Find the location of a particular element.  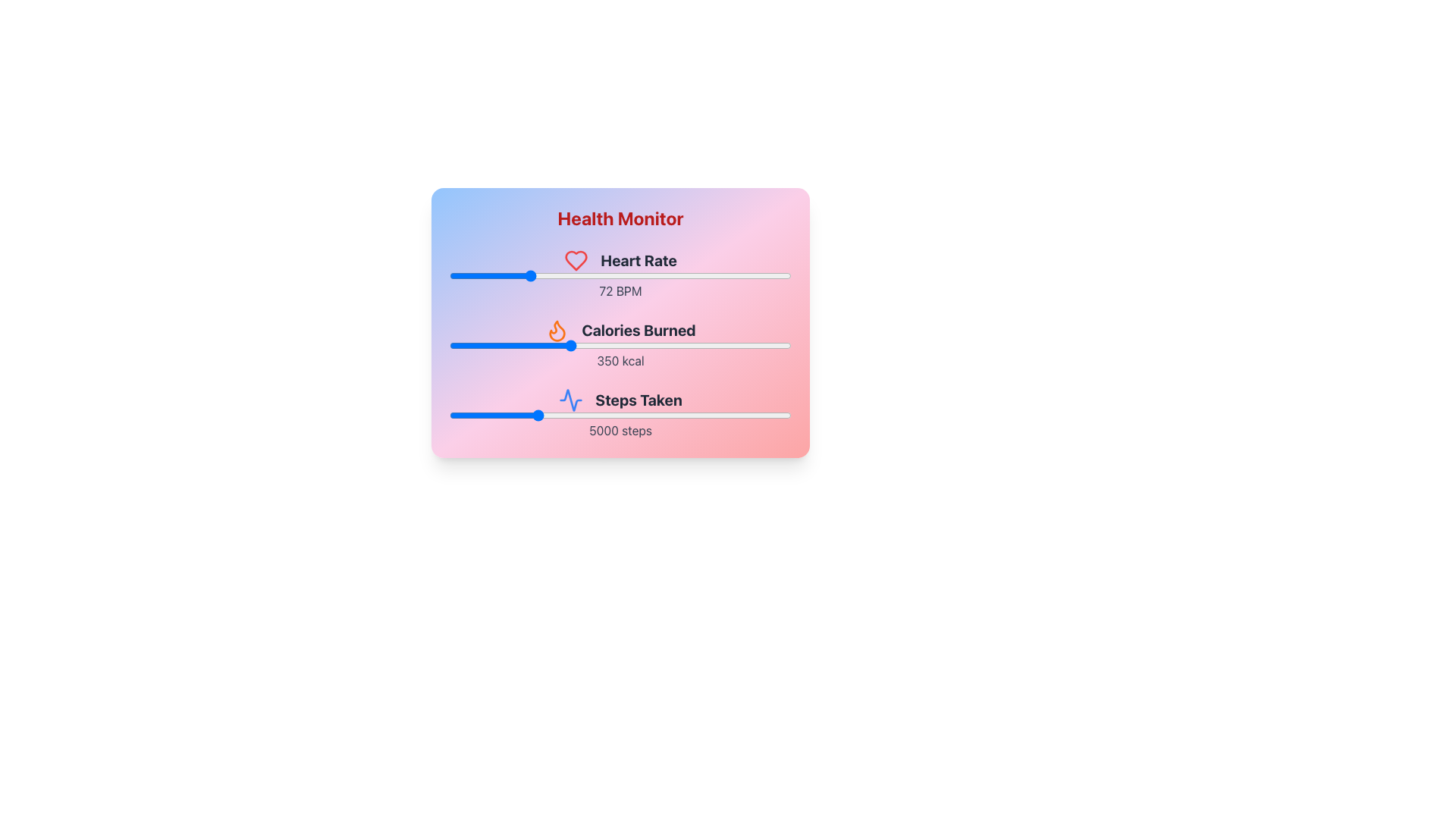

the step count is located at coordinates (592, 415).